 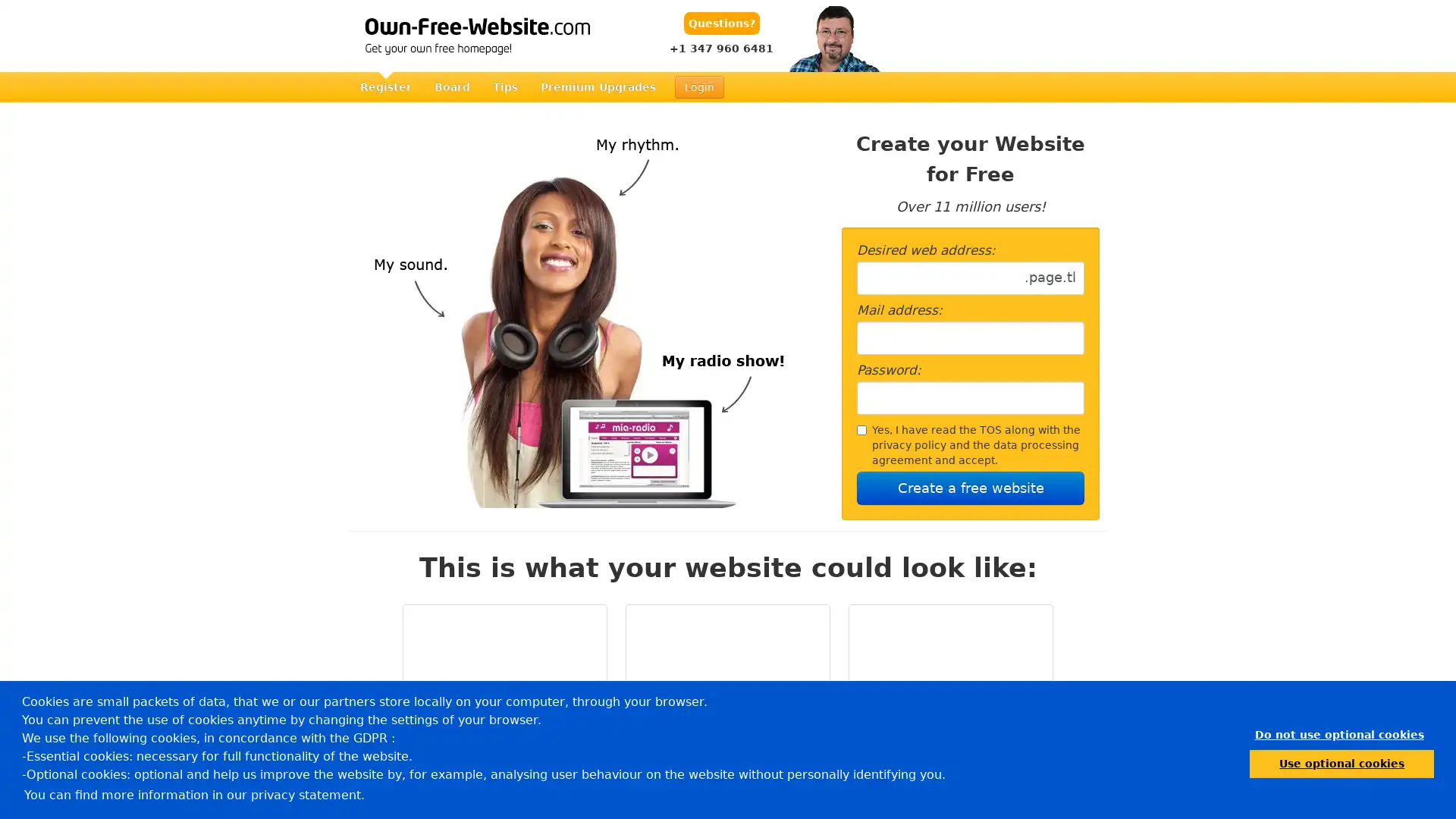 What do you see at coordinates (971, 488) in the screenshot?
I see `Create a free website` at bounding box center [971, 488].